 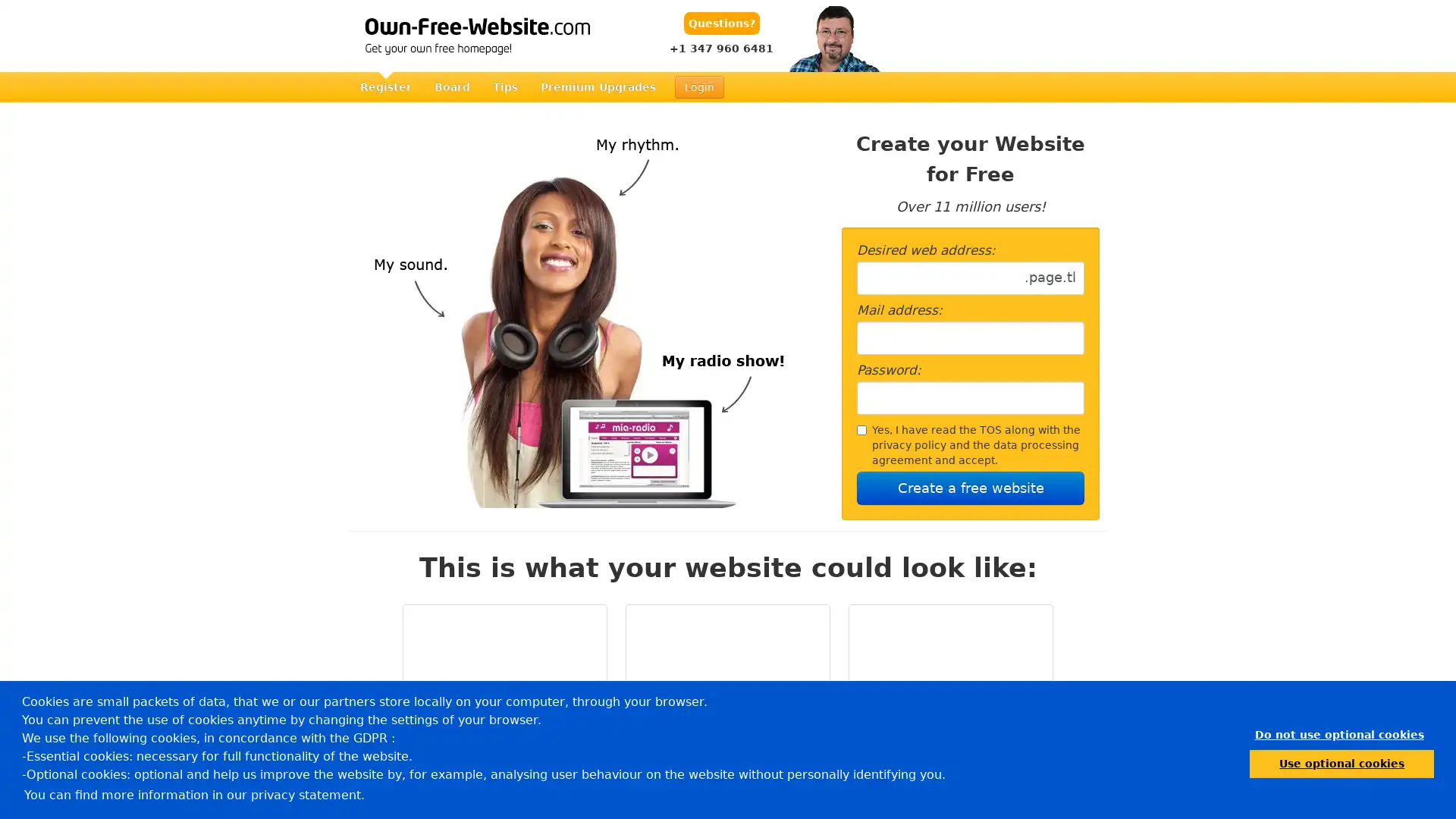 What do you see at coordinates (971, 488) in the screenshot?
I see `Create a free website` at bounding box center [971, 488].